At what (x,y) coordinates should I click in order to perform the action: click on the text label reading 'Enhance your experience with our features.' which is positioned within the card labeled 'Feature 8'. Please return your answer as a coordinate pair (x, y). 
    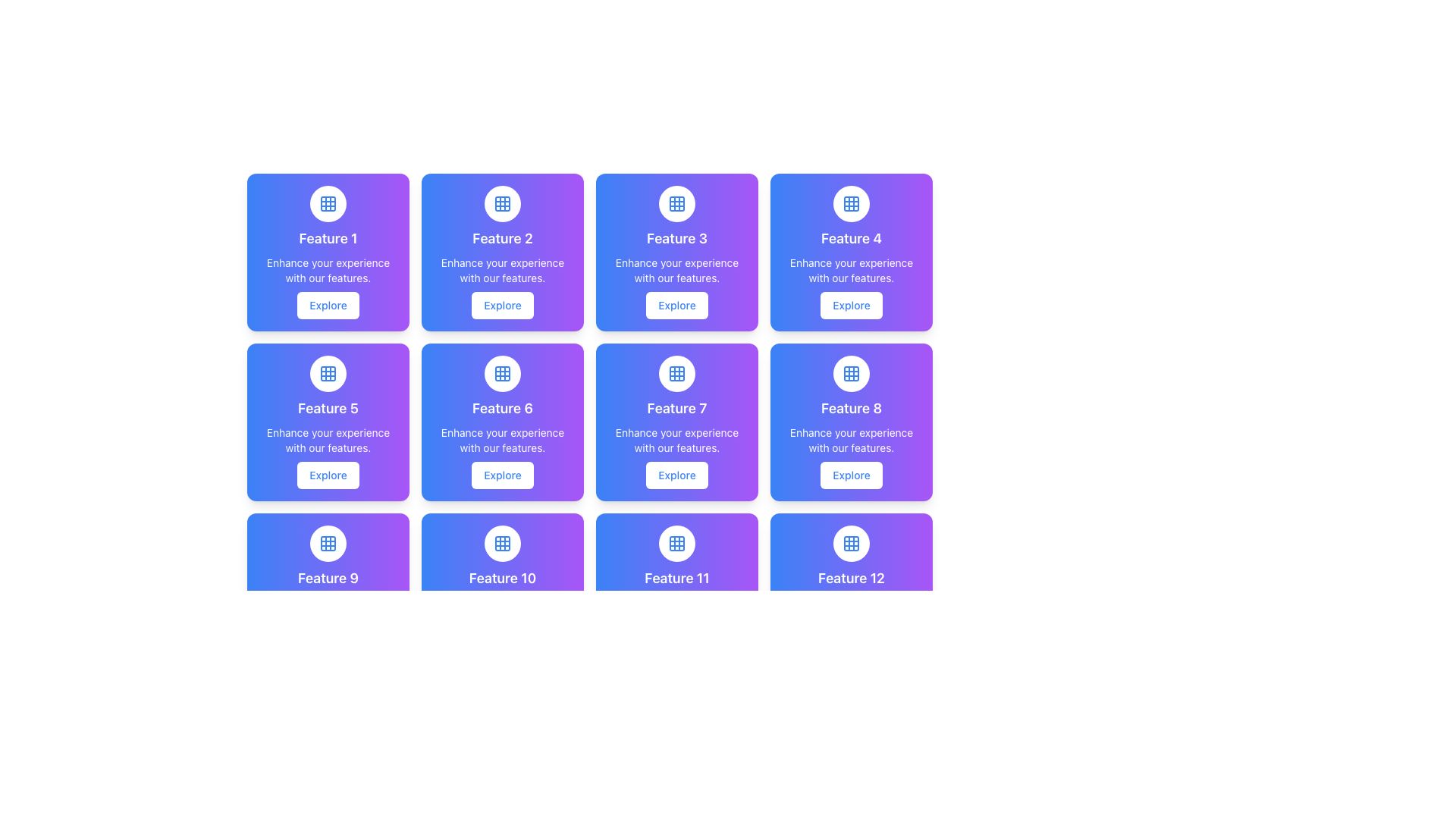
    Looking at the image, I should click on (852, 441).